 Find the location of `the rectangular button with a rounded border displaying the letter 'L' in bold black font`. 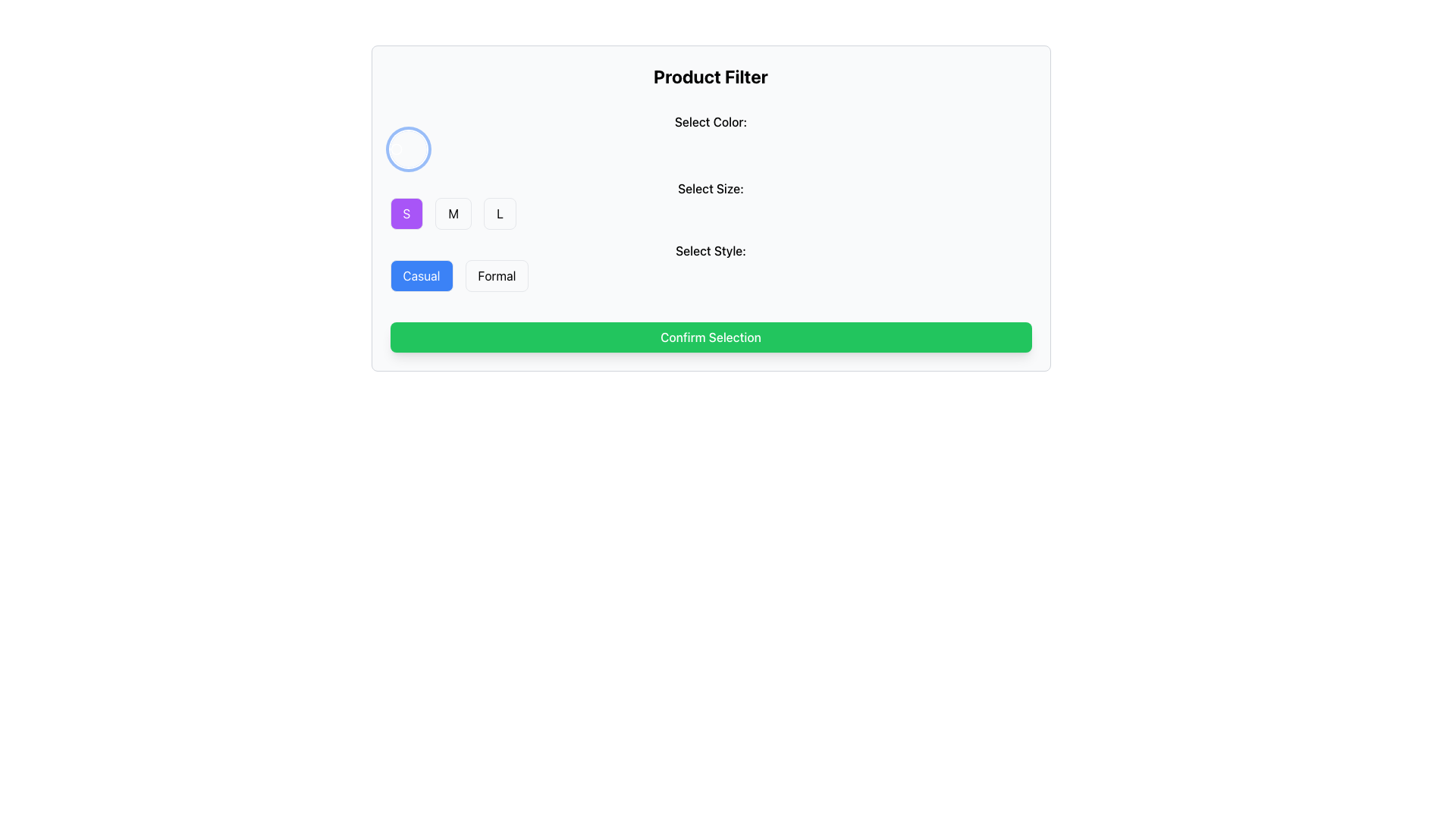

the rectangular button with a rounded border displaying the letter 'L' in bold black font is located at coordinates (500, 213).